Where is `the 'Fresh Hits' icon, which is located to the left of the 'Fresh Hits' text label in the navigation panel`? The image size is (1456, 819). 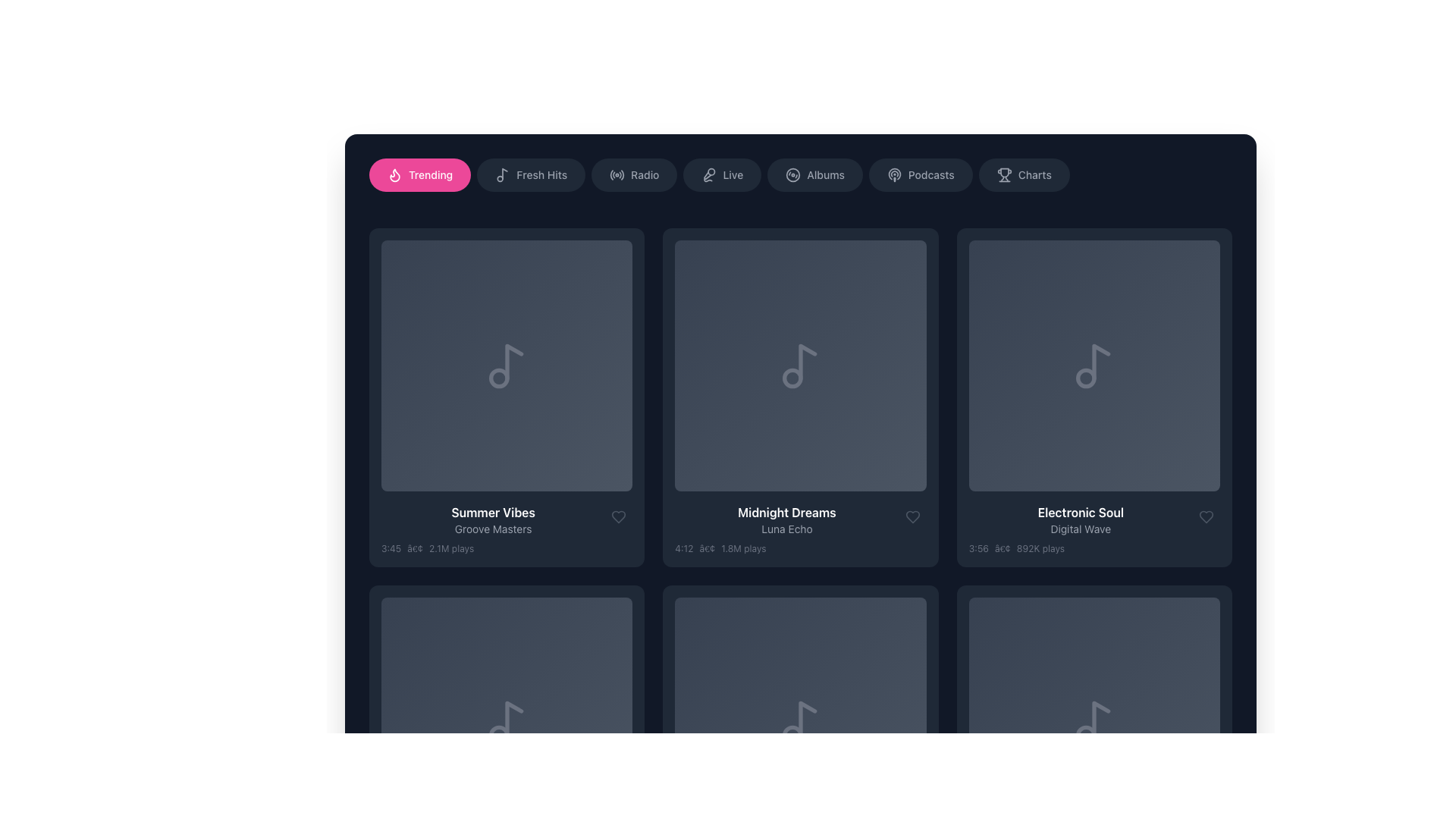 the 'Fresh Hits' icon, which is located to the left of the 'Fresh Hits' text label in the navigation panel is located at coordinates (503, 174).